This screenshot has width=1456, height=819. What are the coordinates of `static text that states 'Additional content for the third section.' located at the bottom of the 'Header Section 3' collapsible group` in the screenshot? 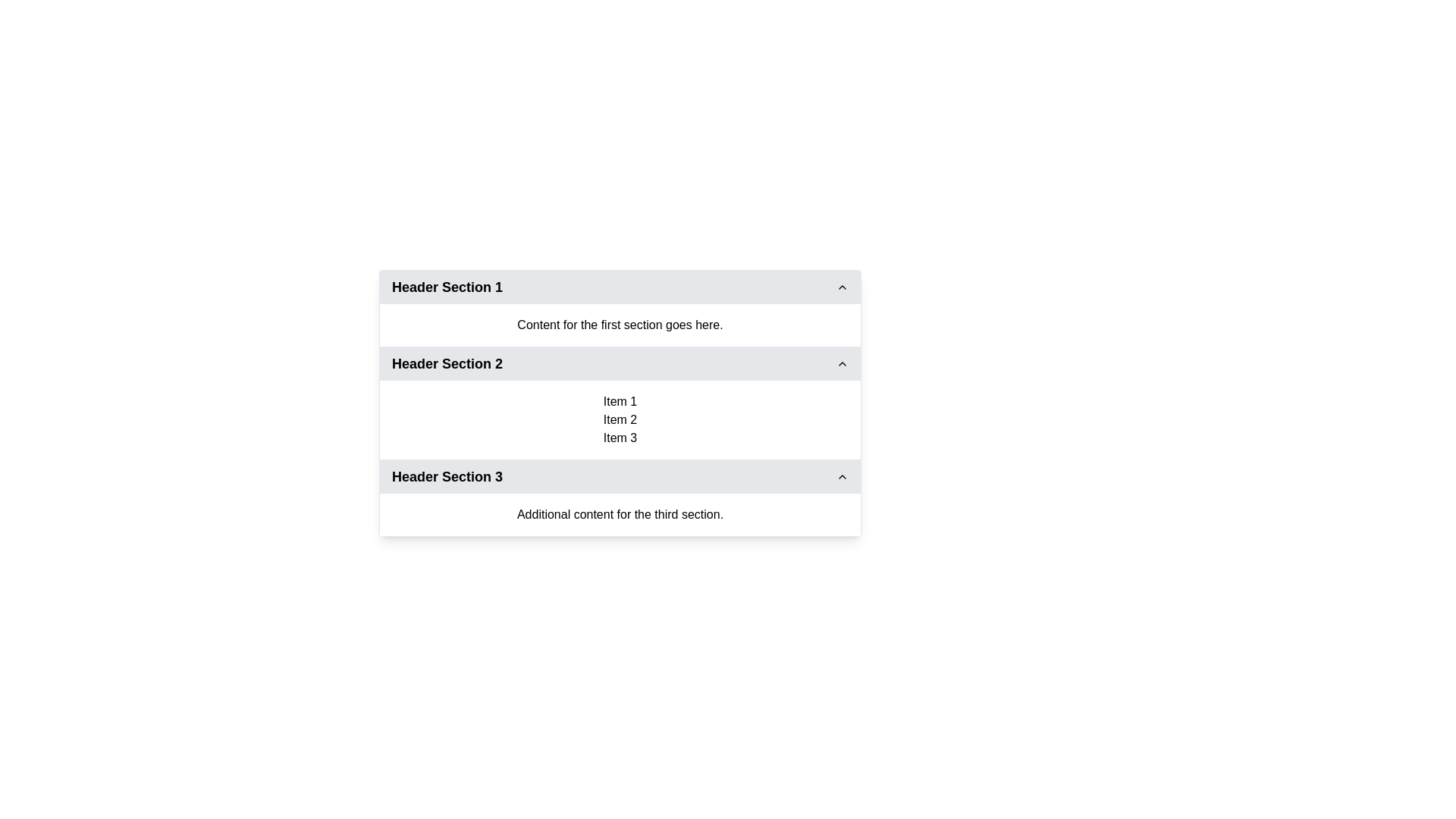 It's located at (620, 513).